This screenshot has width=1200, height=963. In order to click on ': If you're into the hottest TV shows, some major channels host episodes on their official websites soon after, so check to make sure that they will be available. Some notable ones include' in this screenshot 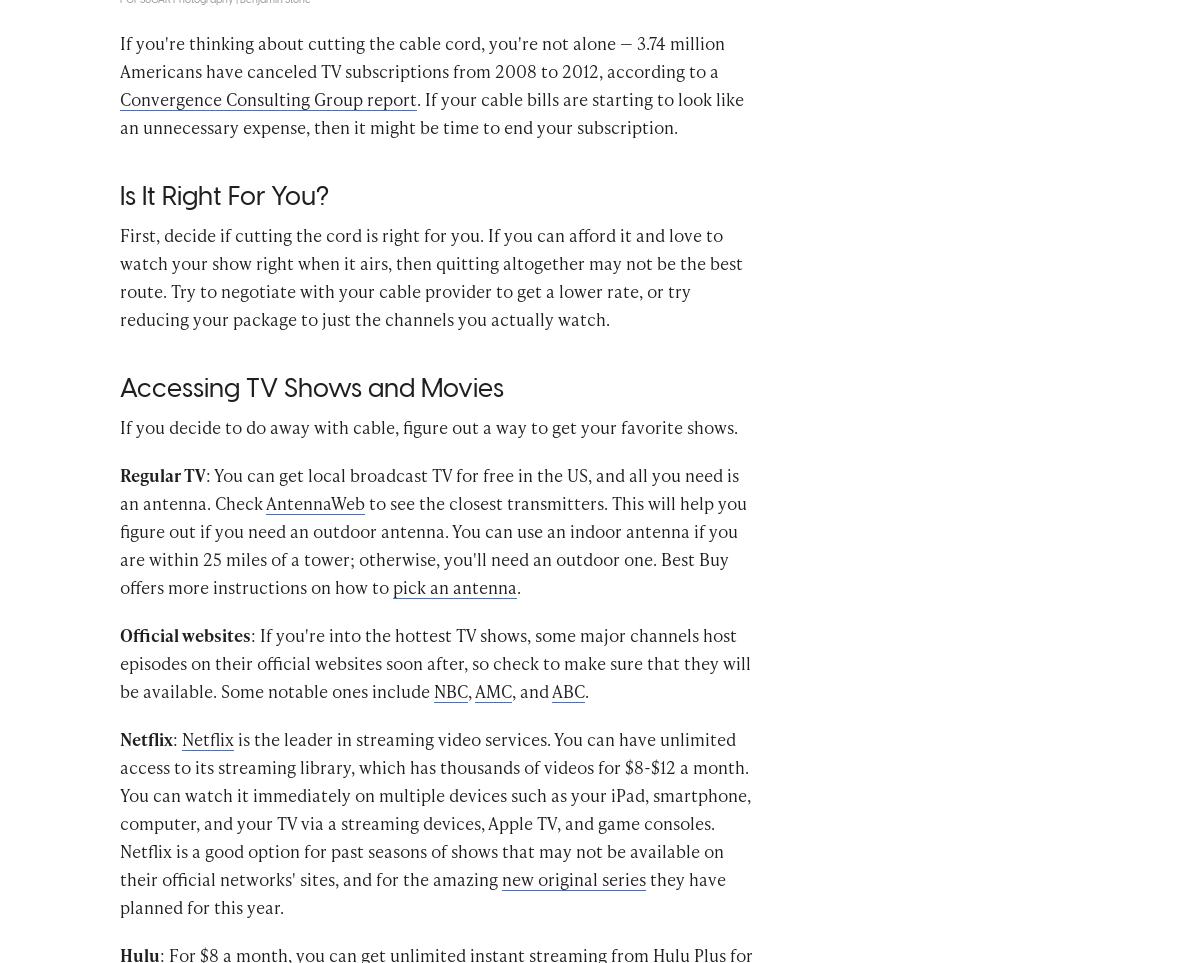, I will do `click(435, 692)`.